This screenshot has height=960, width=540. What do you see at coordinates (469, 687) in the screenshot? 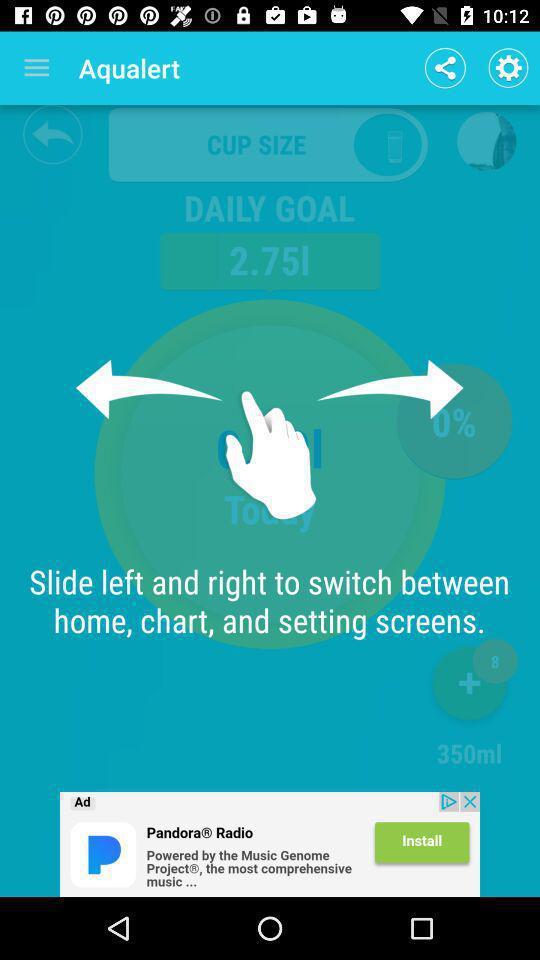
I see `the add icon` at bounding box center [469, 687].